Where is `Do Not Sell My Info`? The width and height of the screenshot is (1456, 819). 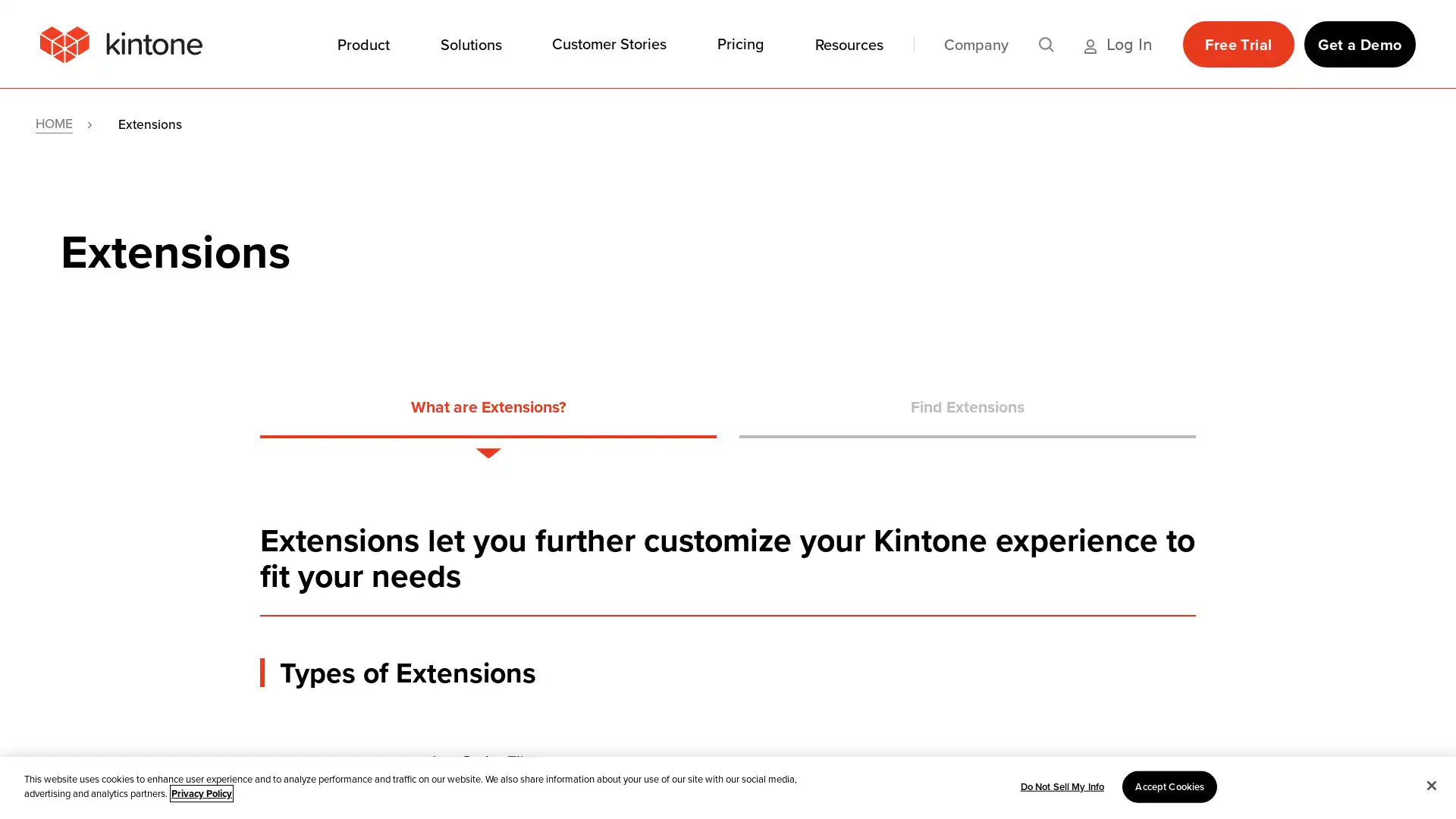
Do Not Sell My Info is located at coordinates (1061, 786).